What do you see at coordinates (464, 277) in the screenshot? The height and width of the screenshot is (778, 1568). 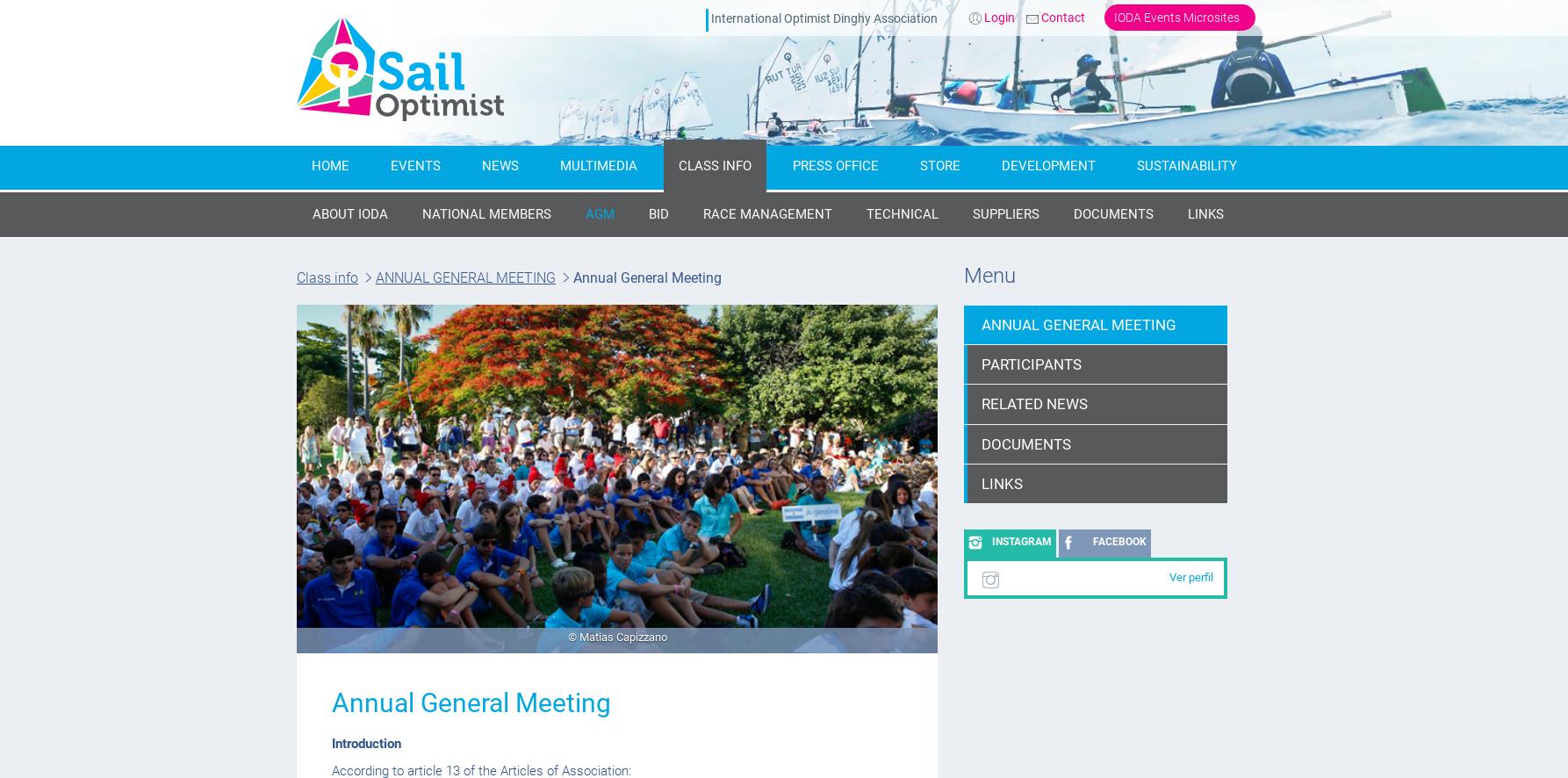 I see `'ANNUAL GENERAL MEETING'` at bounding box center [464, 277].